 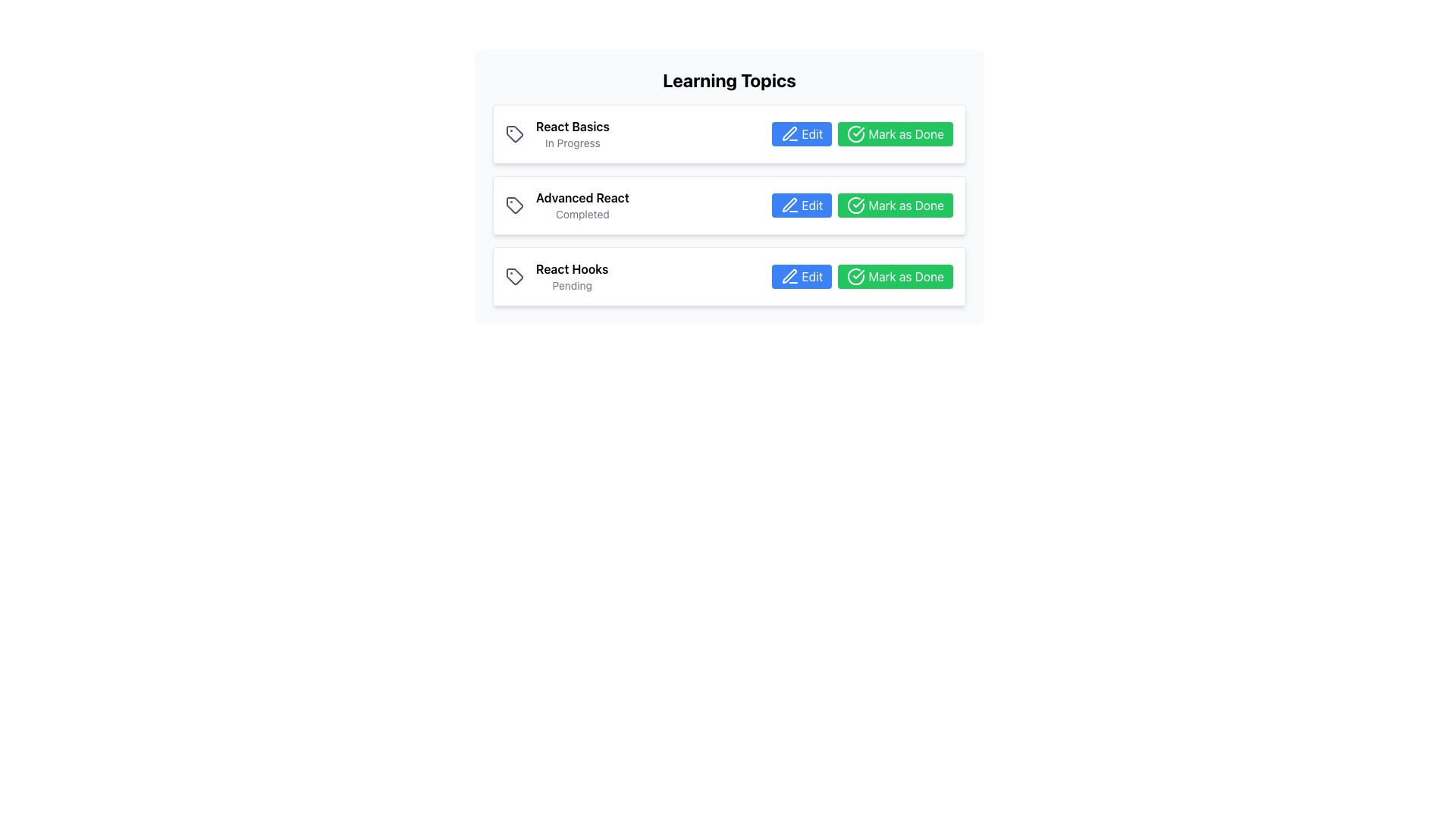 I want to click on the 'Mark as Done' button located in the button group beside the text 'React Hooks Pending' in the third item of the vertical list to mark the topic as completed, so click(x=862, y=277).